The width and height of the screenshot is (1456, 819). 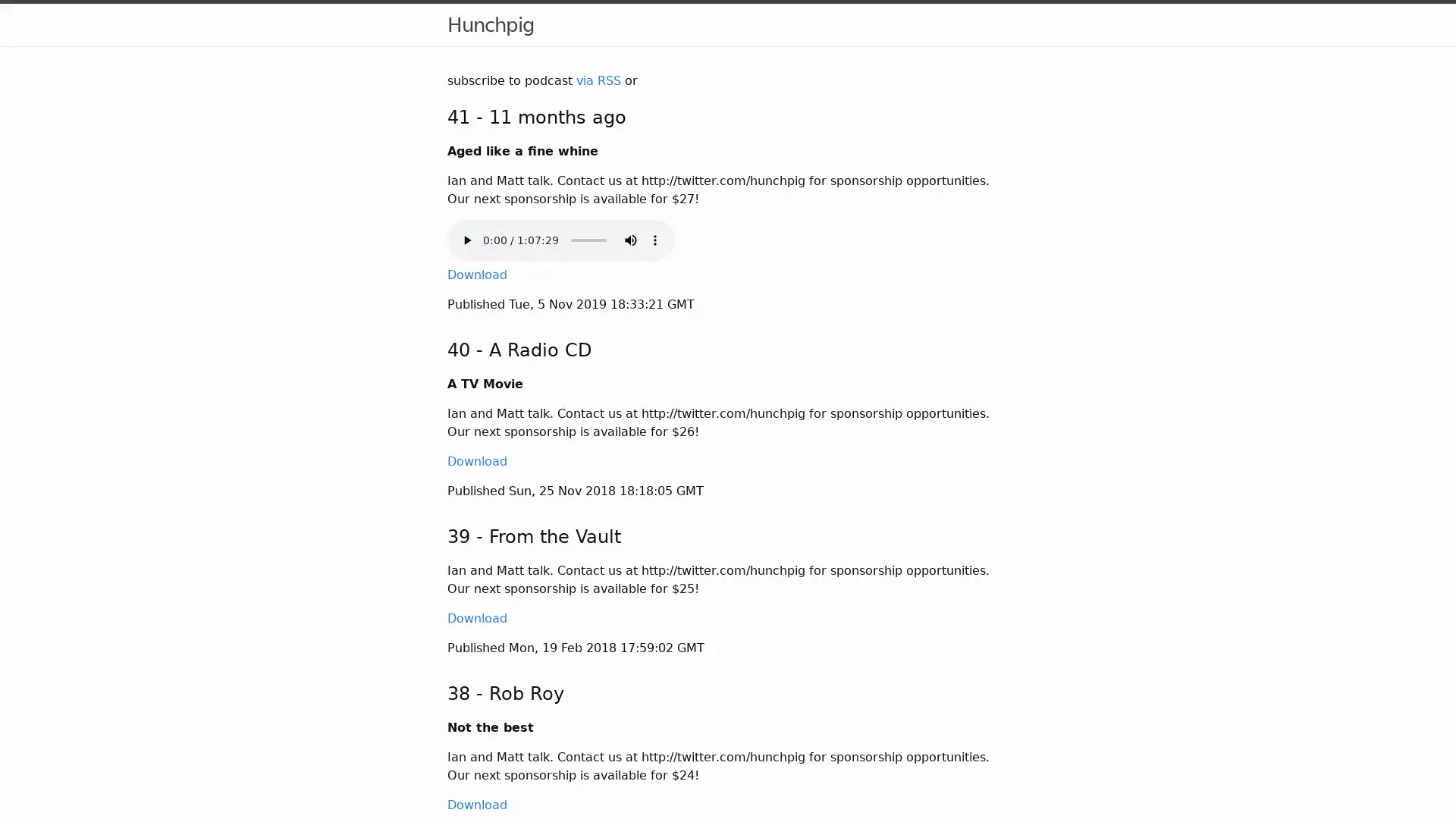 I want to click on show more media controls, so click(x=655, y=239).